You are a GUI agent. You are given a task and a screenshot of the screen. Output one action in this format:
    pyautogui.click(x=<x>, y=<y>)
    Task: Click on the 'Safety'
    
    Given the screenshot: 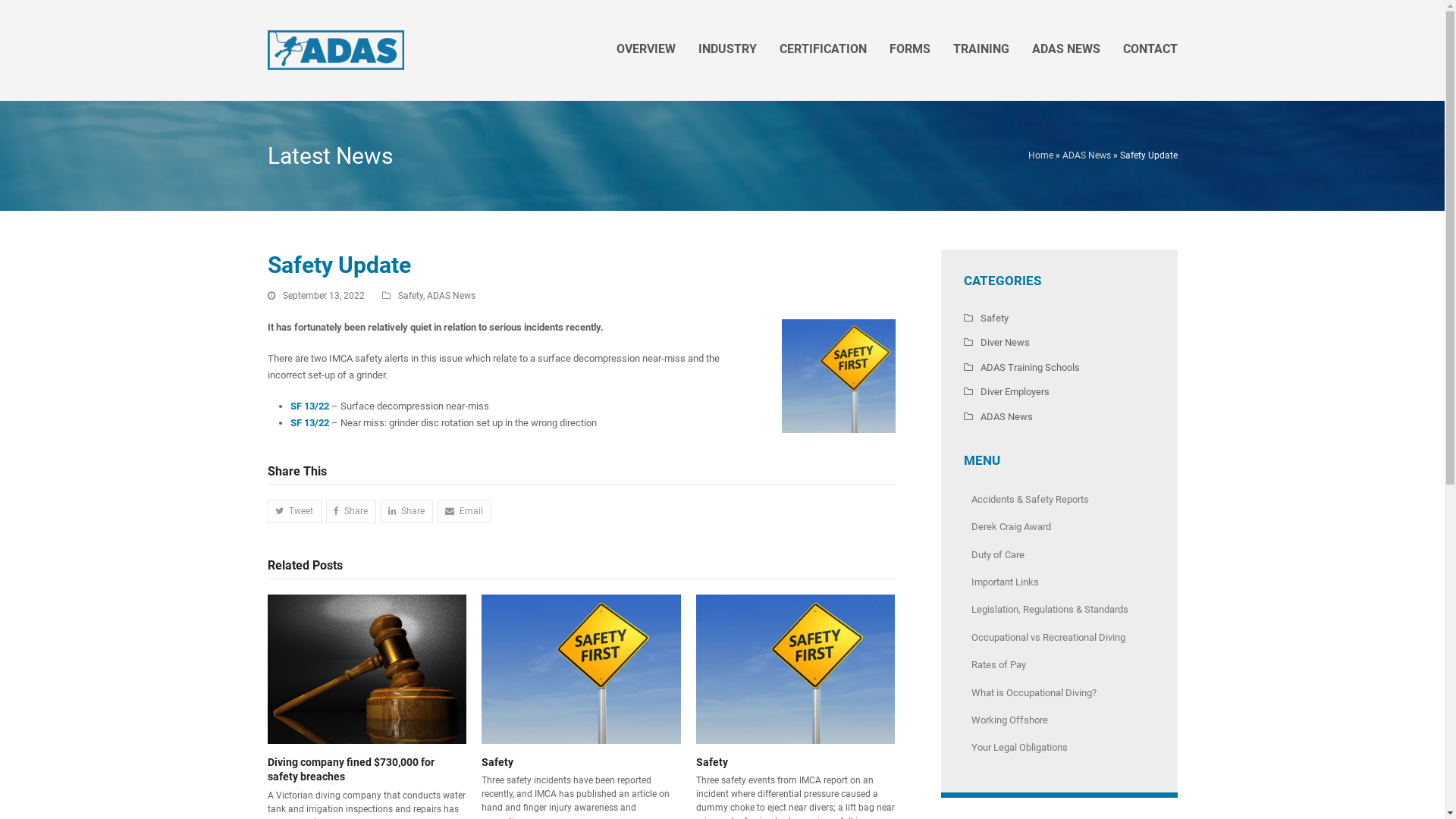 What is the action you would take?
    pyautogui.click(x=580, y=667)
    